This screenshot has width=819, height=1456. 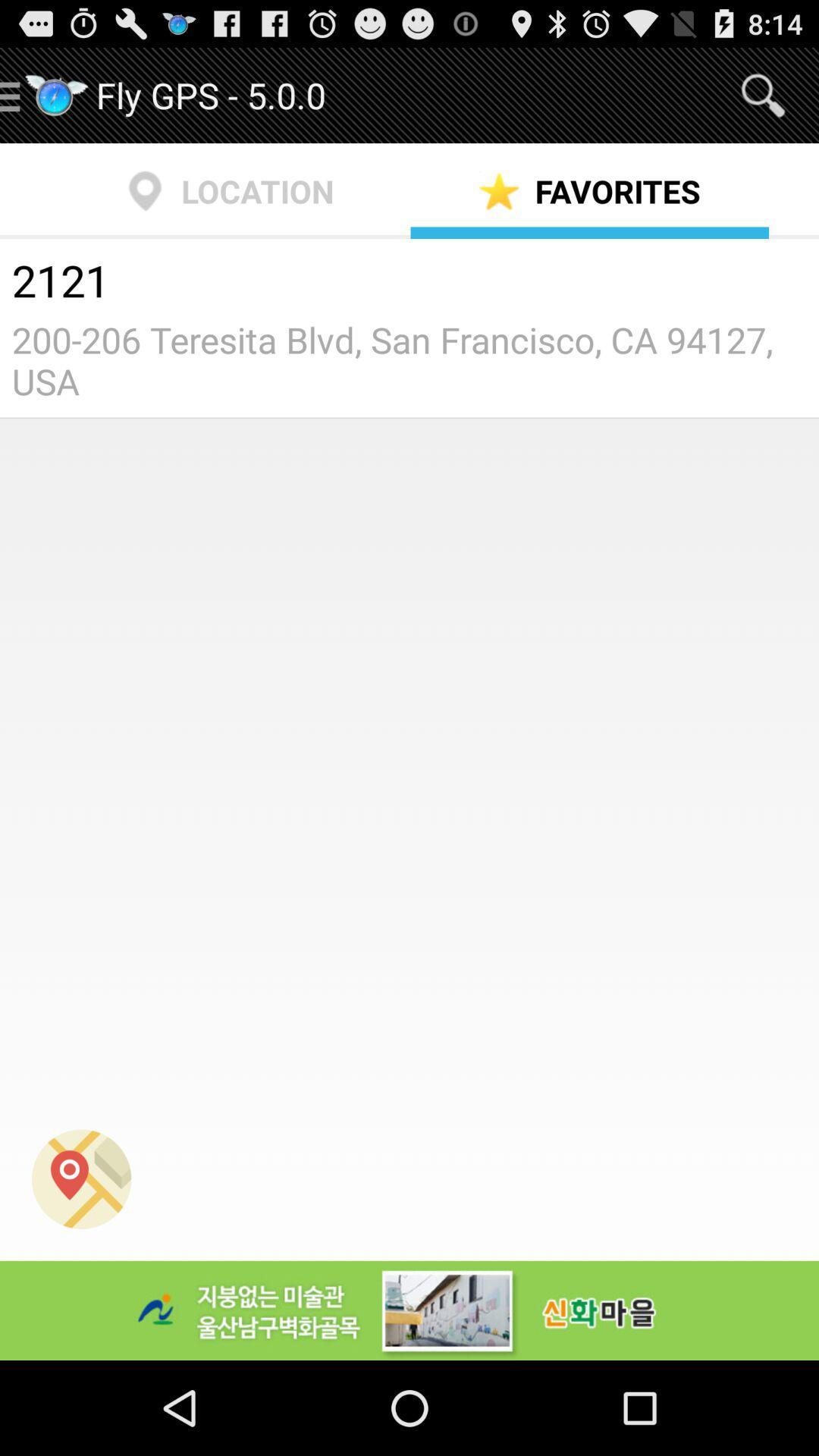 What do you see at coordinates (81, 1178) in the screenshot?
I see `icon below 200 206 teresita item` at bounding box center [81, 1178].